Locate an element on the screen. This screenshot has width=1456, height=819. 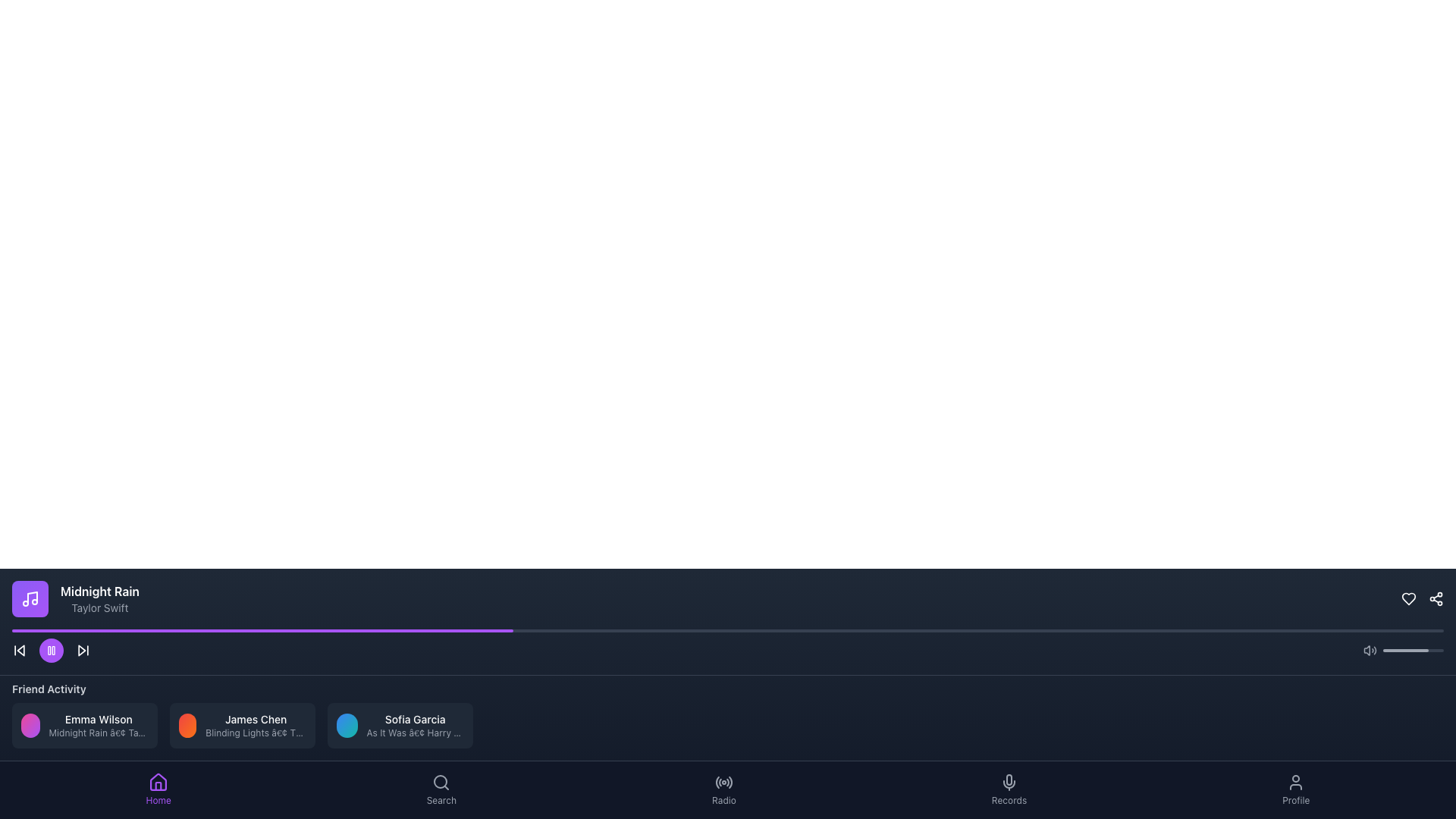
the static text element displaying 'Taylor Swift', which is styled in gray and positioned below 'Midnight Rain' in a dark-themed interface is located at coordinates (99, 607).